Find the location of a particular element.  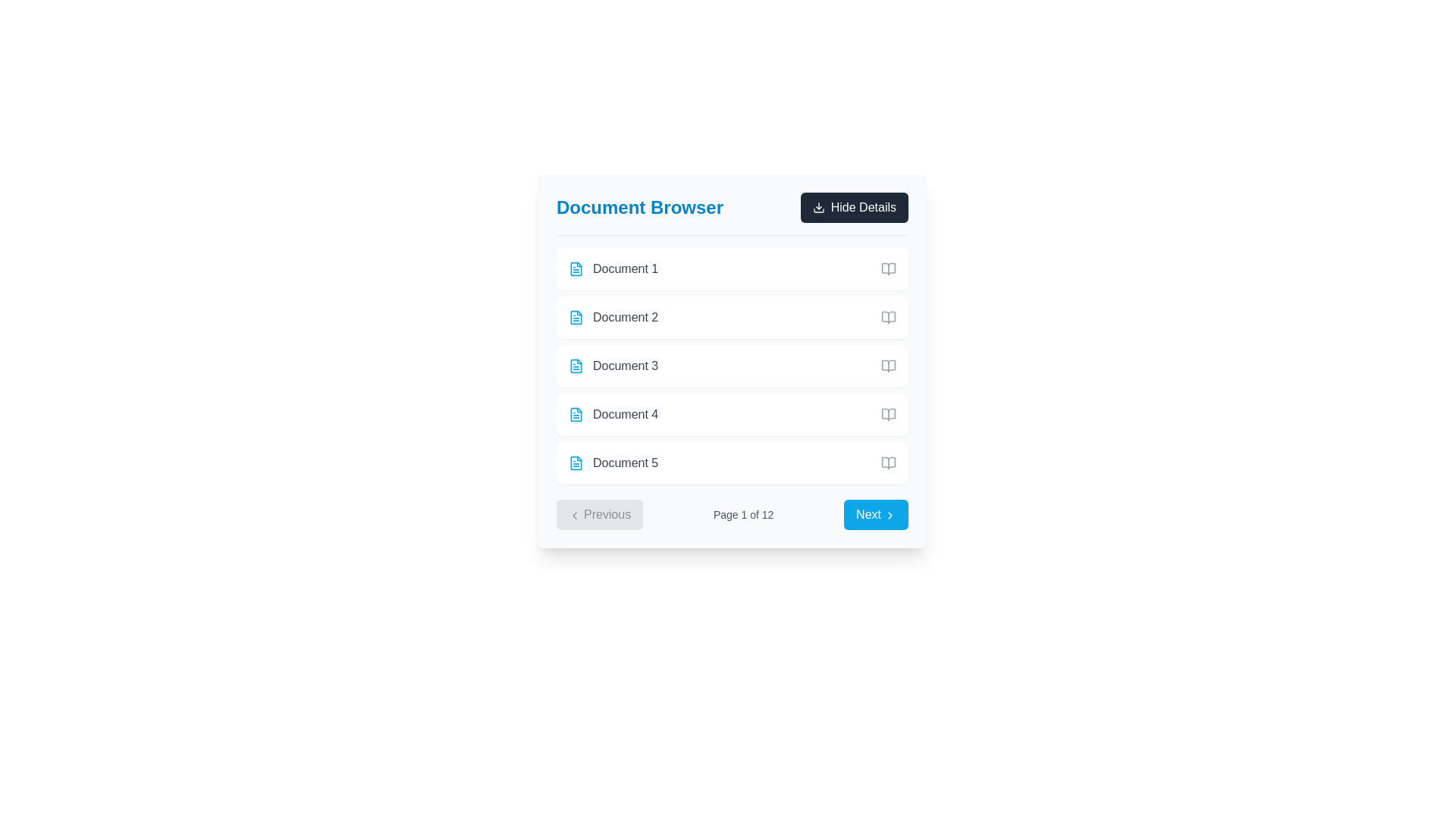

the document outline icon located to the left of the text 'Document 5' in the document list, which is styled as a blue rounded rectangle is located at coordinates (575, 462).